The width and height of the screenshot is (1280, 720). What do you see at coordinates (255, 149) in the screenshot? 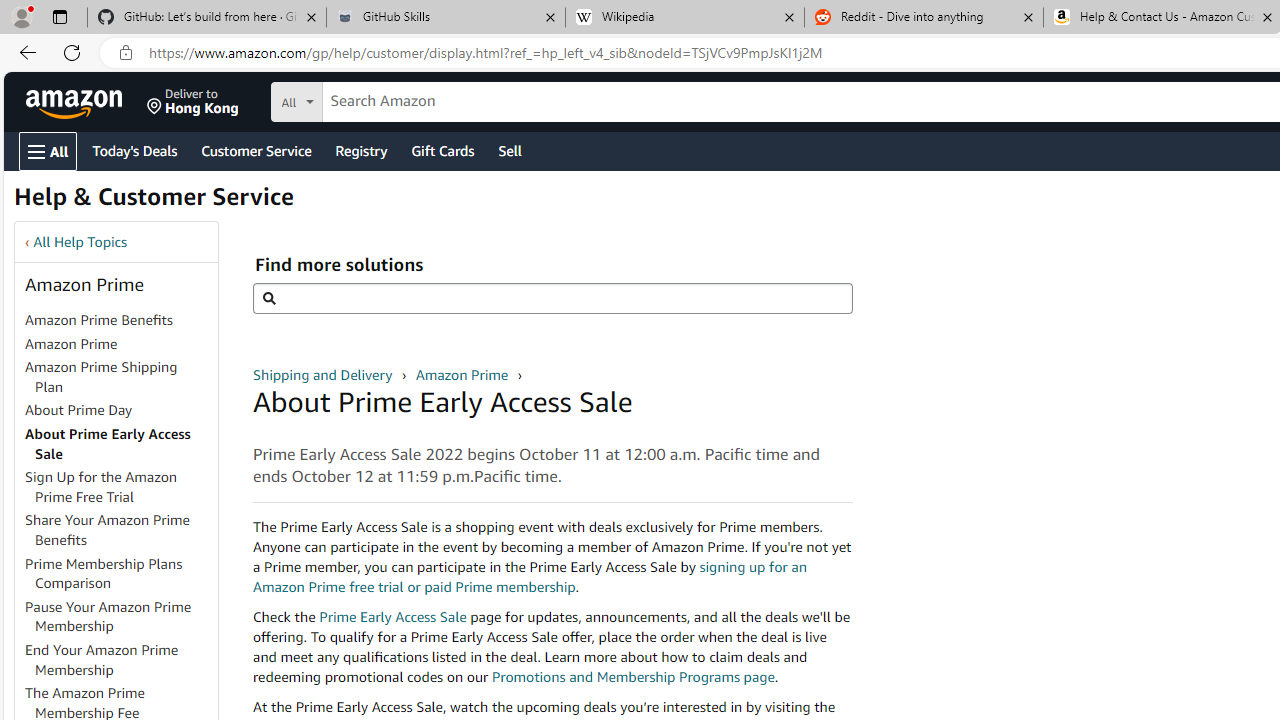
I see `'Customer Service'` at bounding box center [255, 149].